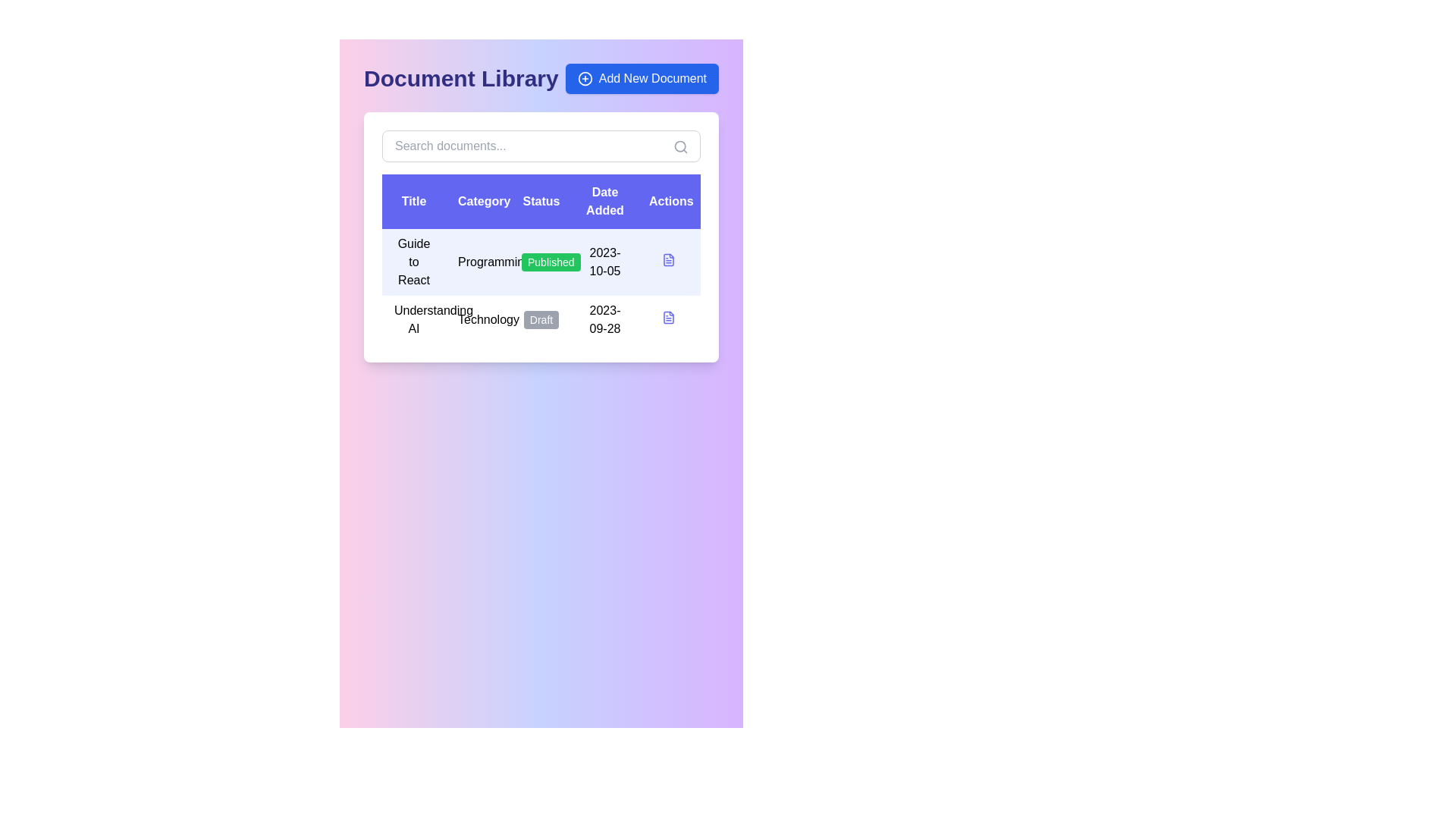 The height and width of the screenshot is (819, 1456). What do you see at coordinates (584, 79) in the screenshot?
I see `the circular icon inside the 'Add New Document' button, which serves as a visual indicator for adding a document` at bounding box center [584, 79].